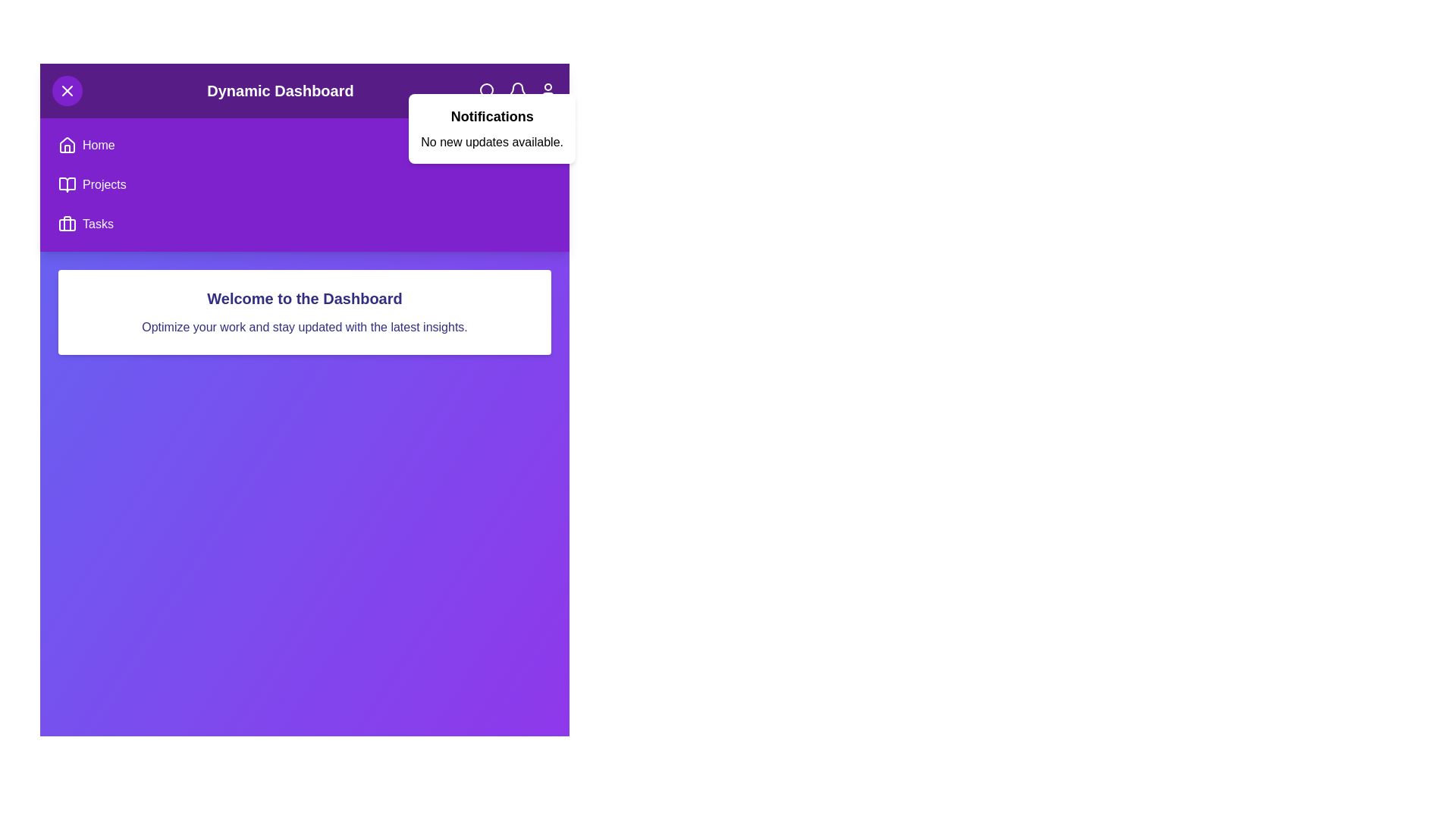 This screenshot has width=1456, height=819. What do you see at coordinates (516, 90) in the screenshot?
I see `the bell icon to toggle the notifications panel` at bounding box center [516, 90].